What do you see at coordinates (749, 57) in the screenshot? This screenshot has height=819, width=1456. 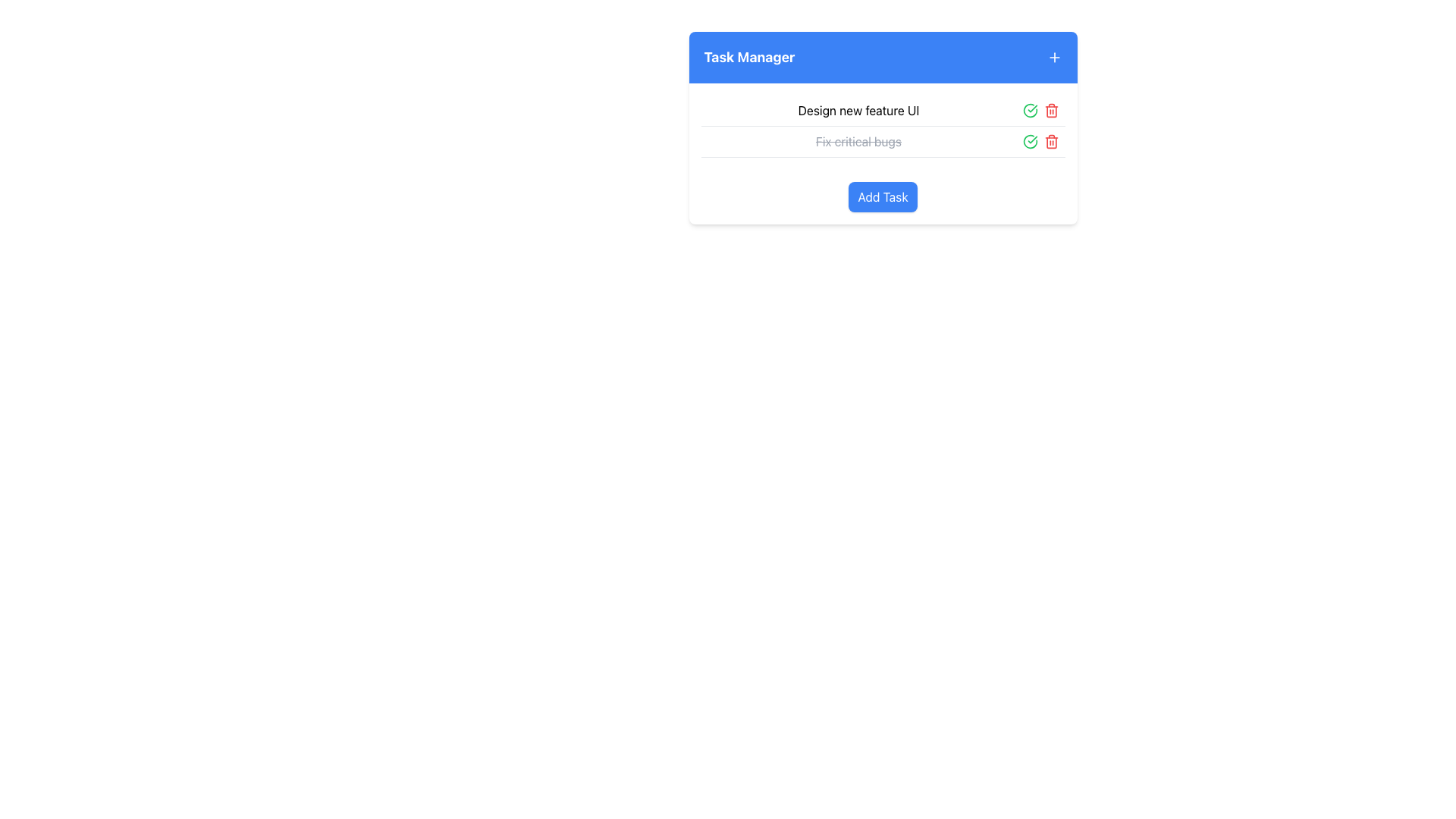 I see `the 'Task Manager' text label located in the upper left corner of the blue header bar, positioned to the left of the plus icon` at bounding box center [749, 57].